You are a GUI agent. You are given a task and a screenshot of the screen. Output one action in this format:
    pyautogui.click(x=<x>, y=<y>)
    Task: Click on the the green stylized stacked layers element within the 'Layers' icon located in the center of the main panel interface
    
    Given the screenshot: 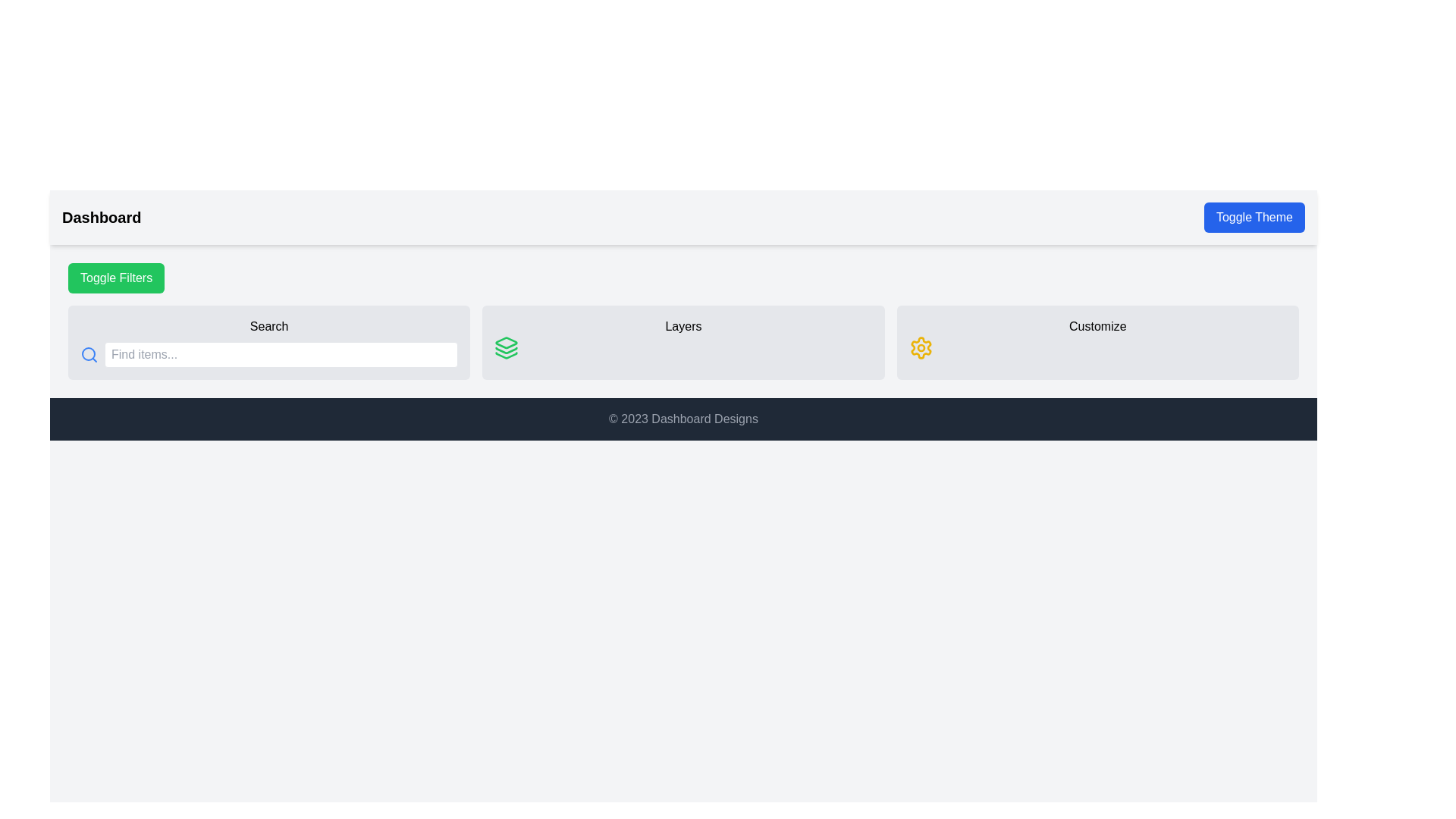 What is the action you would take?
    pyautogui.click(x=507, y=350)
    